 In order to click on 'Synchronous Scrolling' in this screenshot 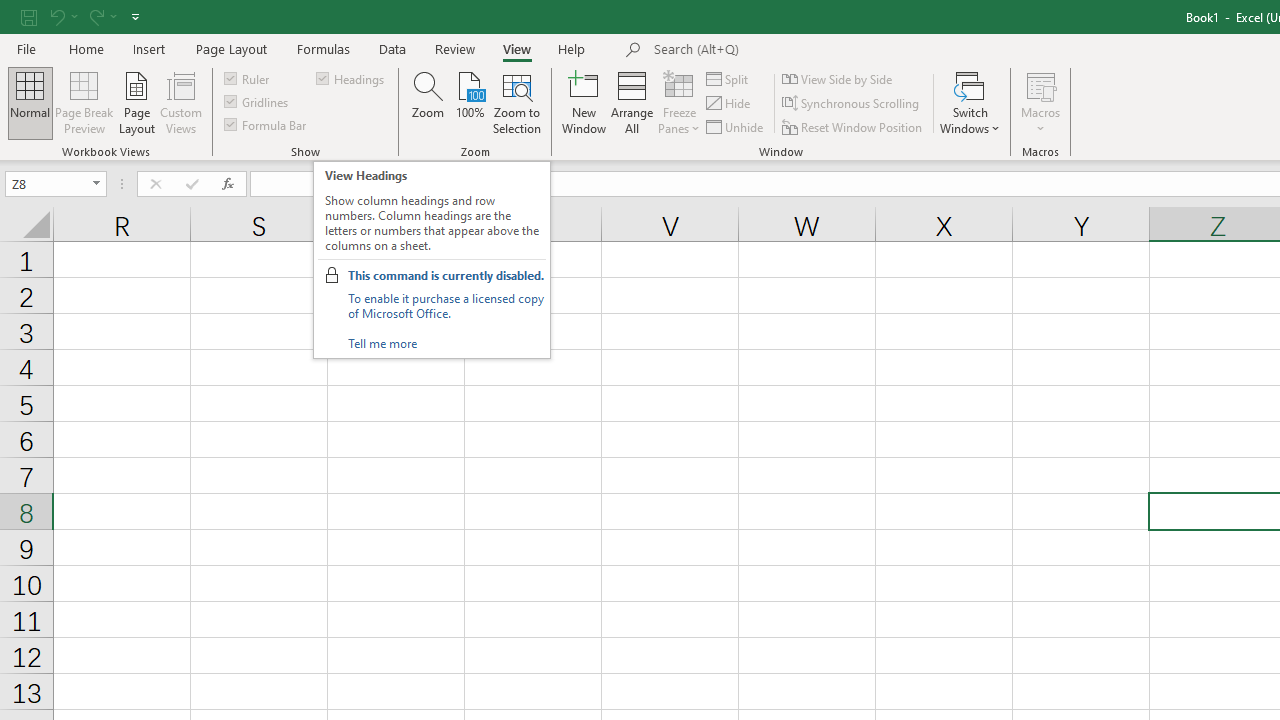, I will do `click(852, 103)`.